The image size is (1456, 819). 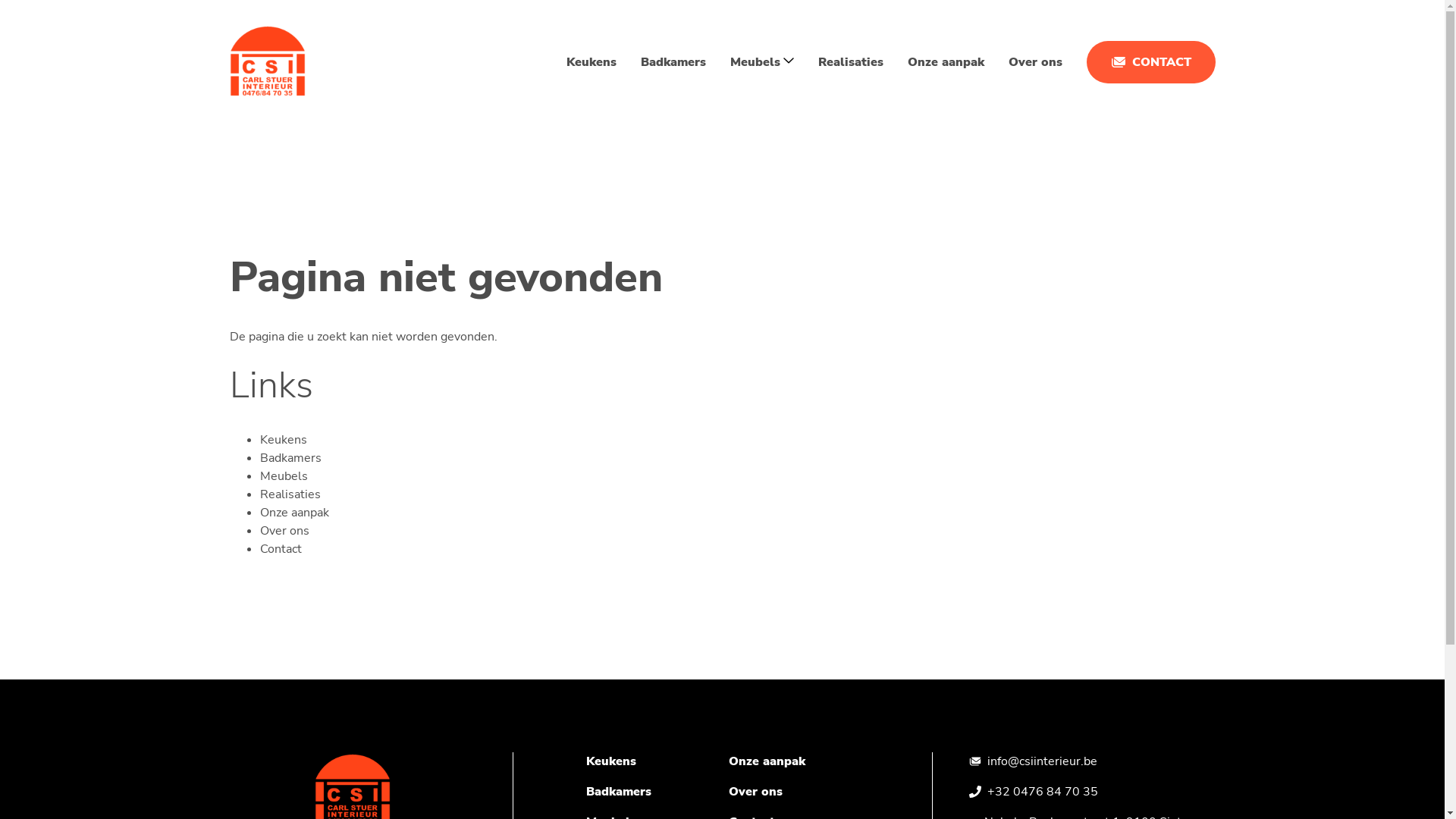 What do you see at coordinates (1041, 791) in the screenshot?
I see `'+32 0476 84 70 35'` at bounding box center [1041, 791].